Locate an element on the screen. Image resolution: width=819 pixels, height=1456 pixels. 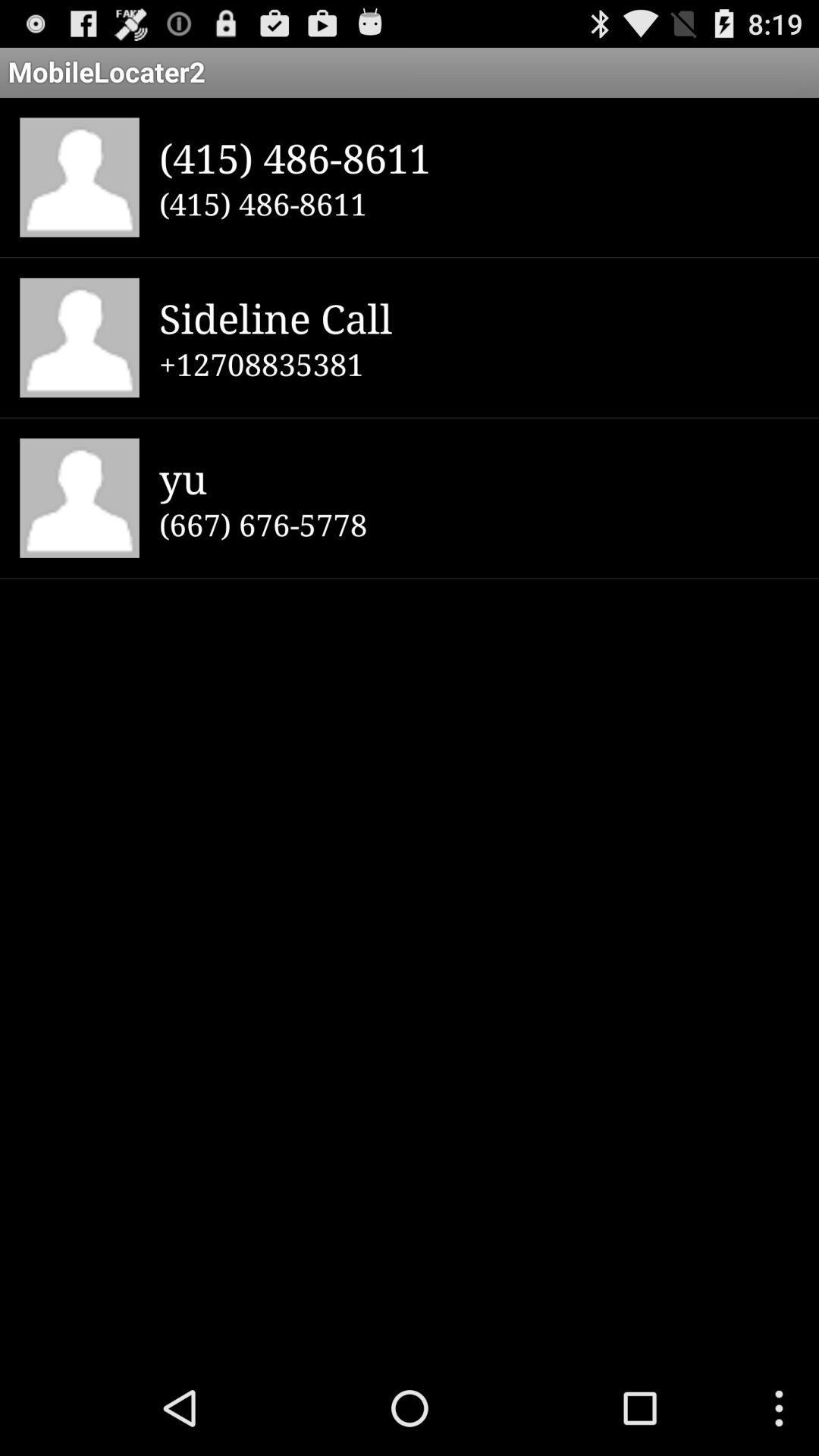
item below sideline call item is located at coordinates (479, 364).